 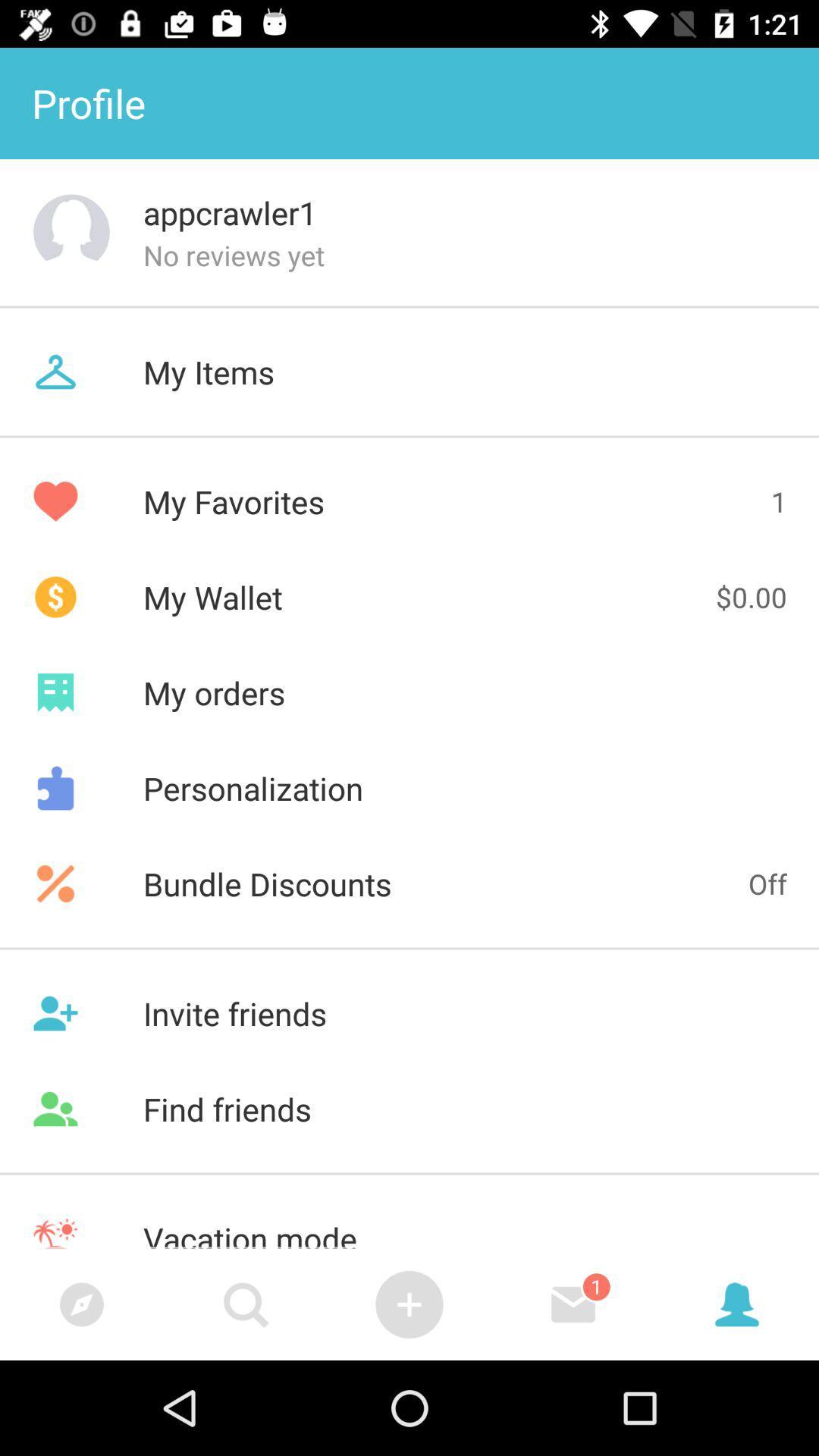 I want to click on the my orders icon, so click(x=409, y=692).